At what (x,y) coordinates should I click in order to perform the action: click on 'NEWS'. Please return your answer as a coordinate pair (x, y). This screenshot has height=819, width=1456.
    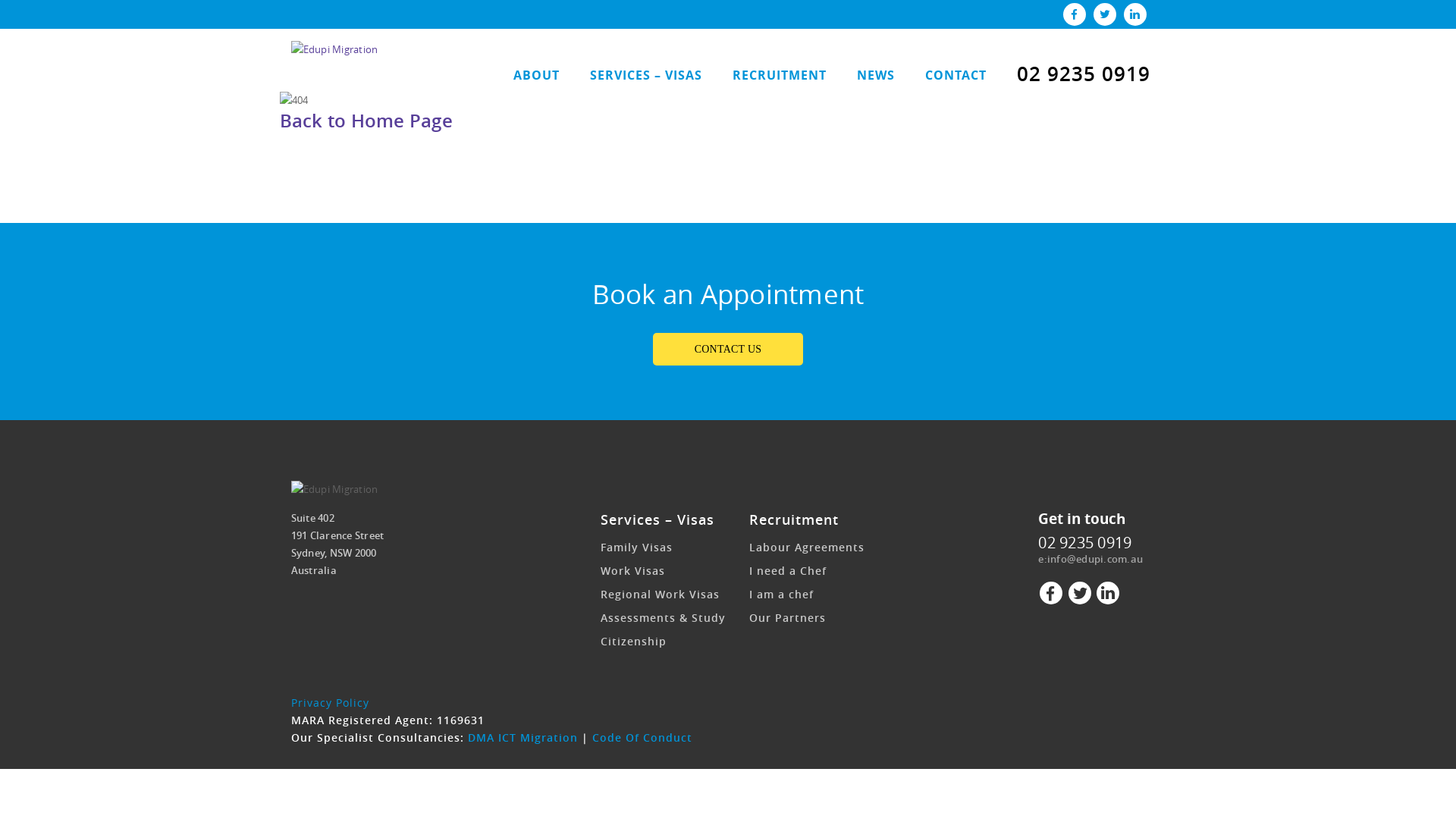
    Looking at the image, I should click on (876, 77).